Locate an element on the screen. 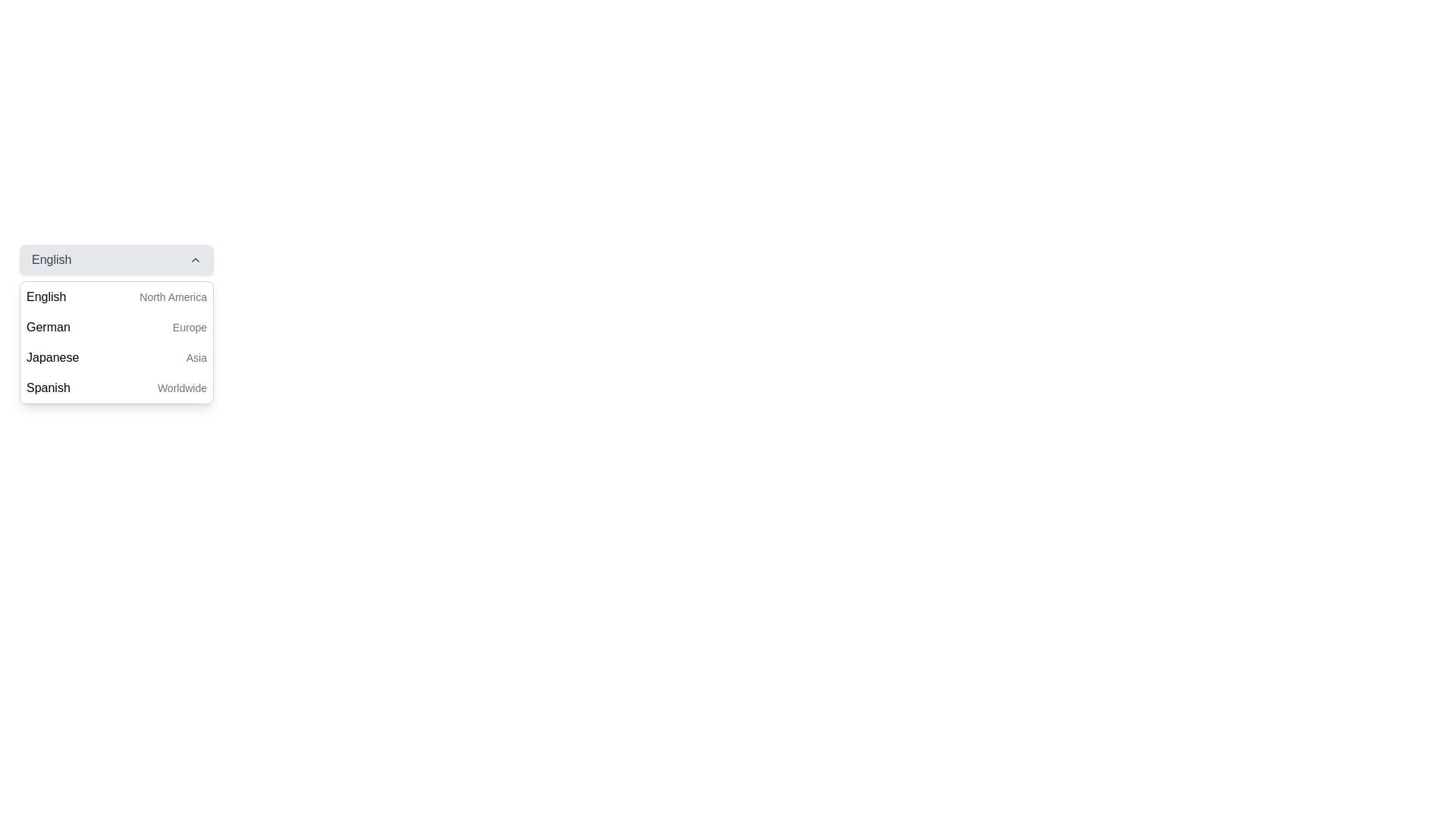 This screenshot has height=819, width=1456. text displayed on the 'Spanish' language label located in the language selection dropdown menu is located at coordinates (48, 388).